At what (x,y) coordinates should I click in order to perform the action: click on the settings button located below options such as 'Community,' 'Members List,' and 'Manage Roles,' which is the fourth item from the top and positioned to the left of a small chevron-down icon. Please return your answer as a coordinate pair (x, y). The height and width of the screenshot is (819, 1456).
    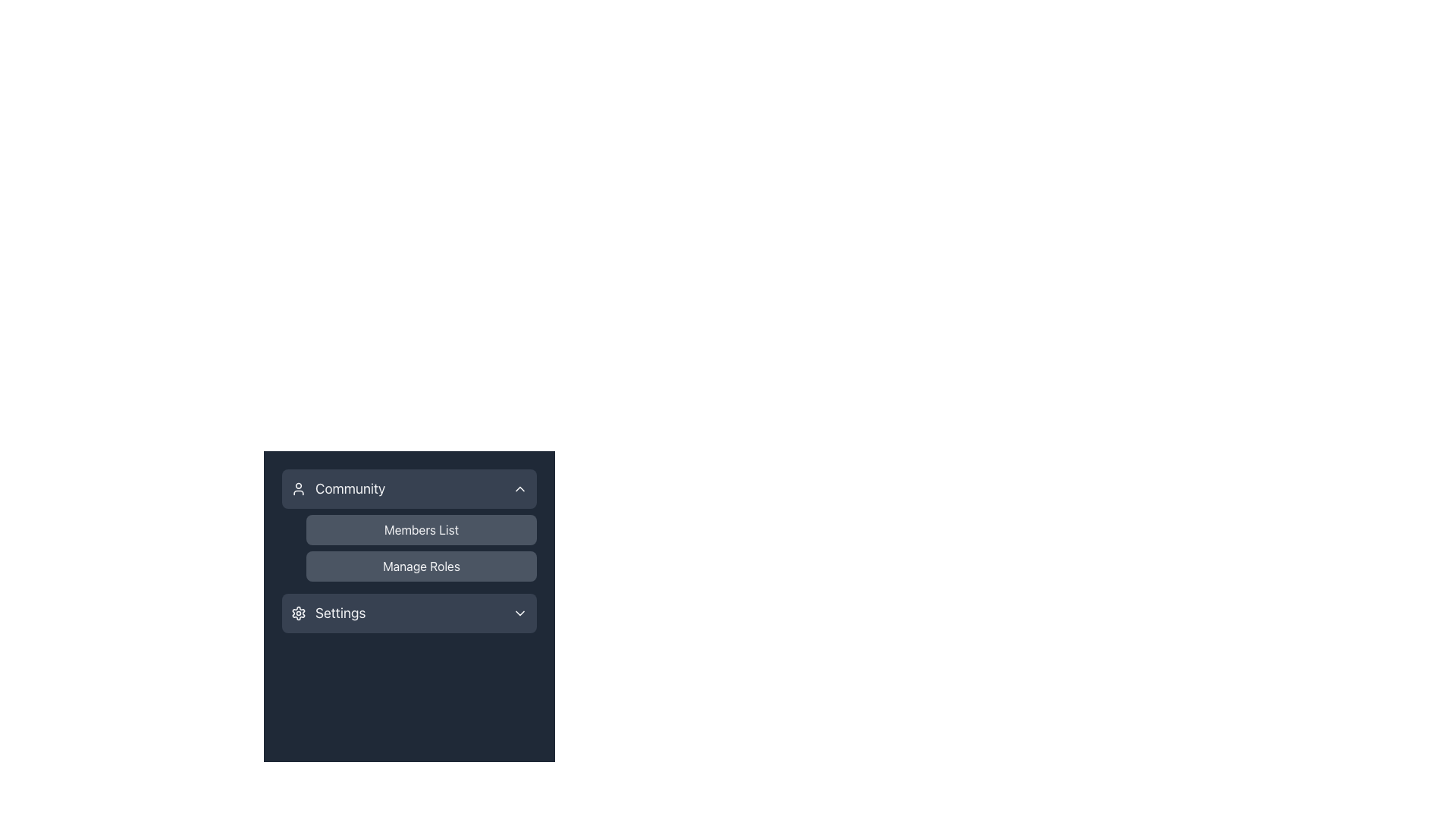
    Looking at the image, I should click on (328, 613).